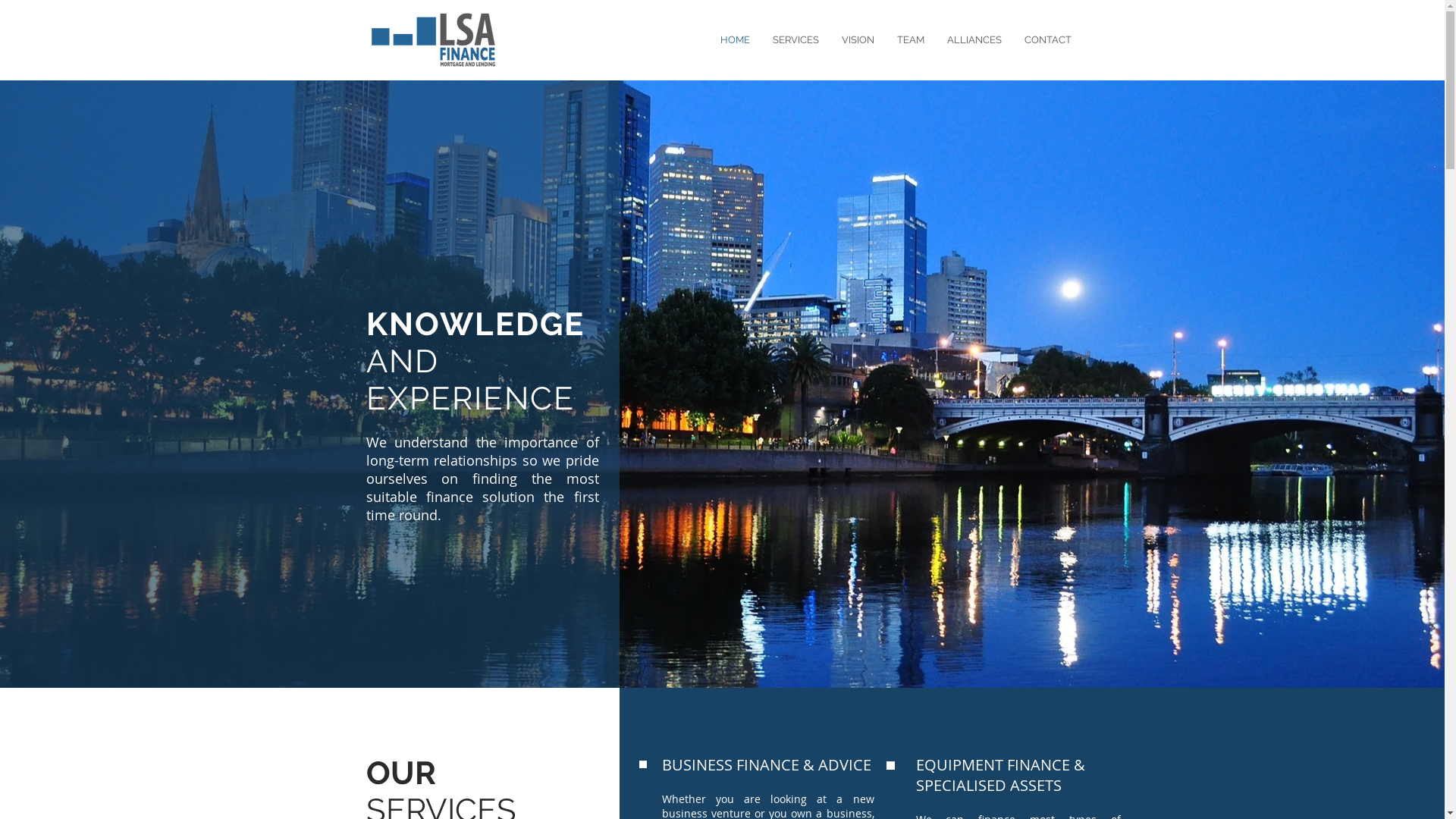  I want to click on 'SERVICES', so click(761, 39).